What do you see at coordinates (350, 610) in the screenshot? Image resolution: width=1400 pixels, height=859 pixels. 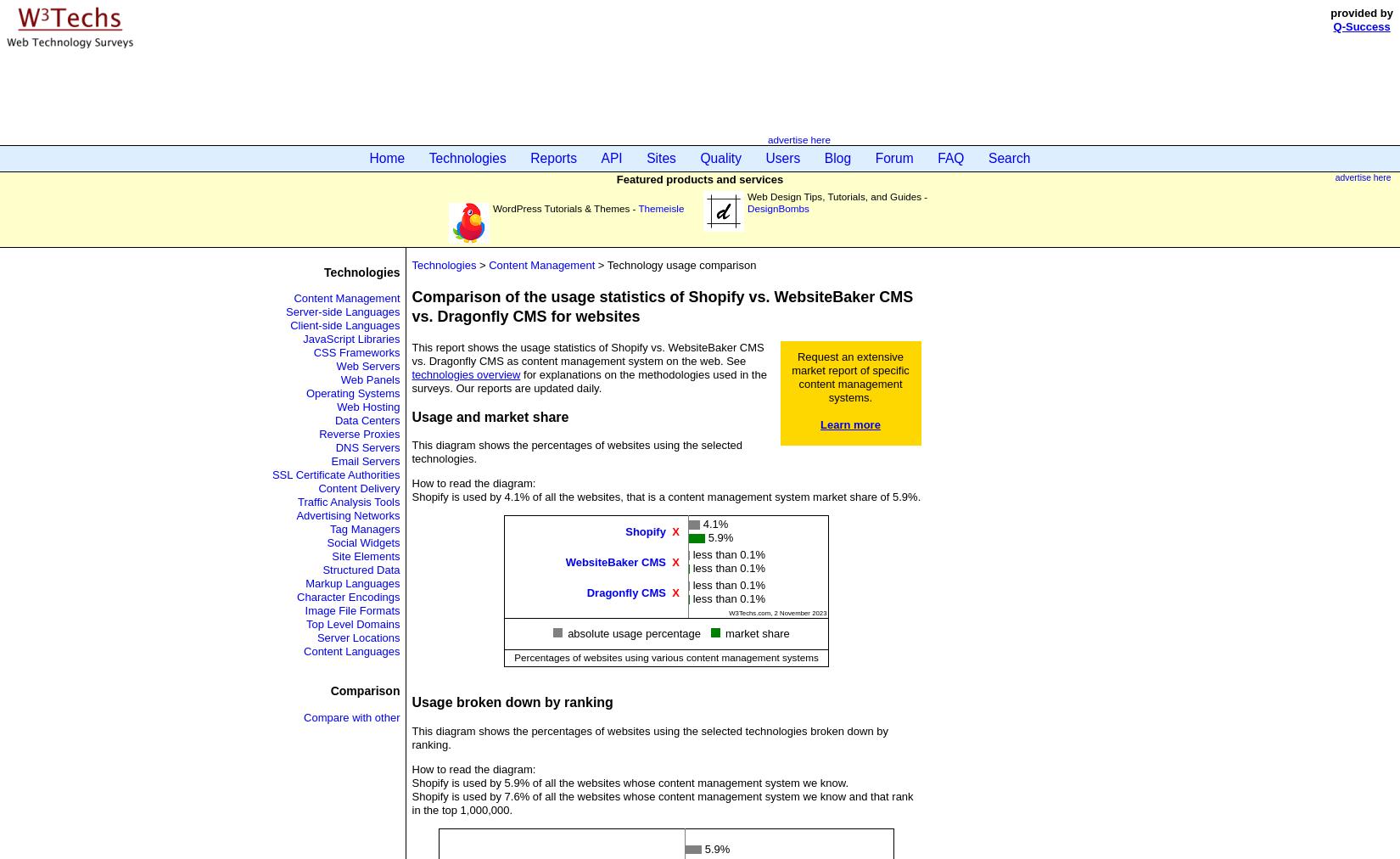 I see `'Image File Formats'` at bounding box center [350, 610].